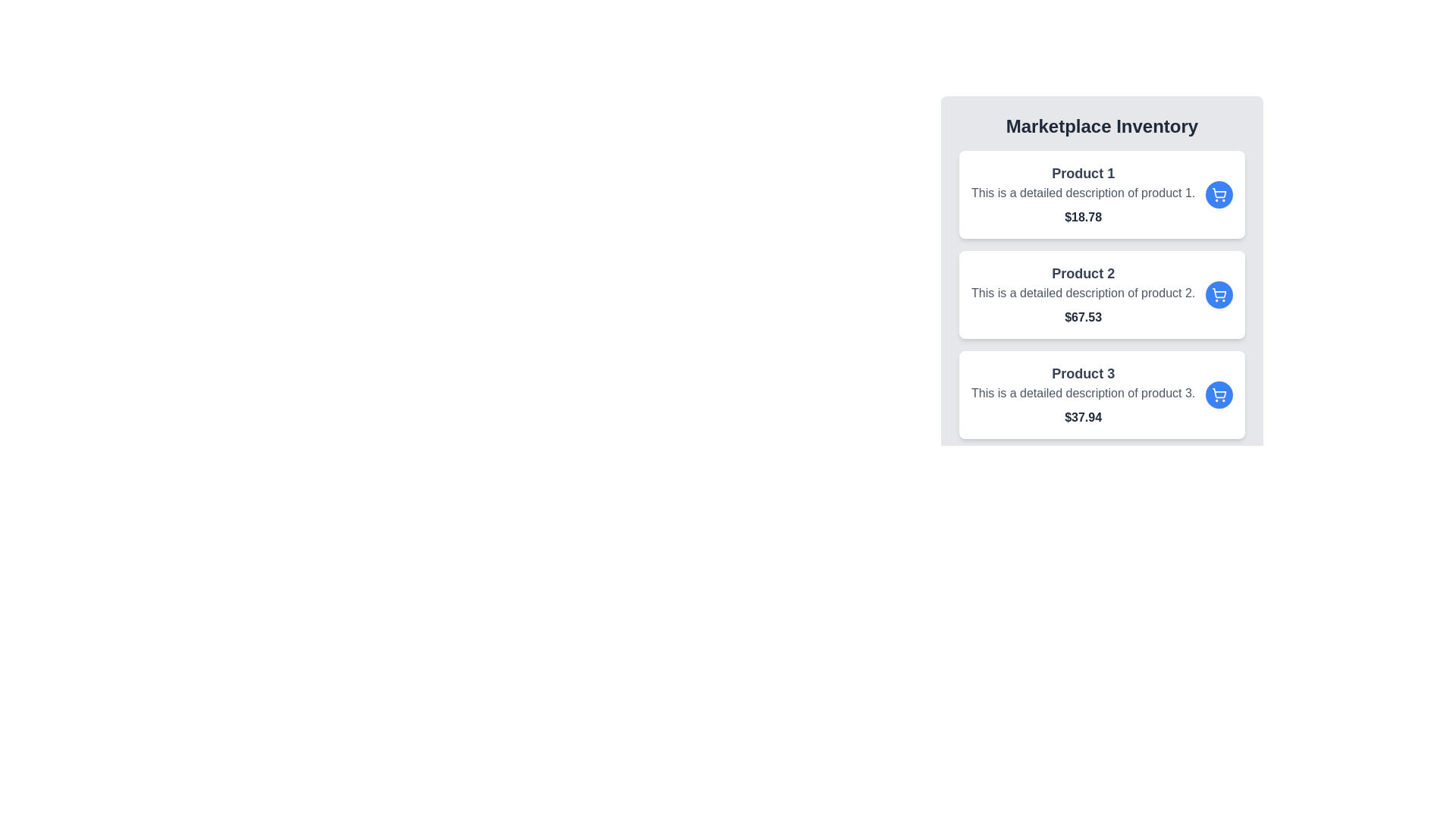 The height and width of the screenshot is (819, 1456). What do you see at coordinates (1219, 295) in the screenshot?
I see `the circular blue button with a shopping cart icon located at the right-end of the card for 'Product 2'` at bounding box center [1219, 295].